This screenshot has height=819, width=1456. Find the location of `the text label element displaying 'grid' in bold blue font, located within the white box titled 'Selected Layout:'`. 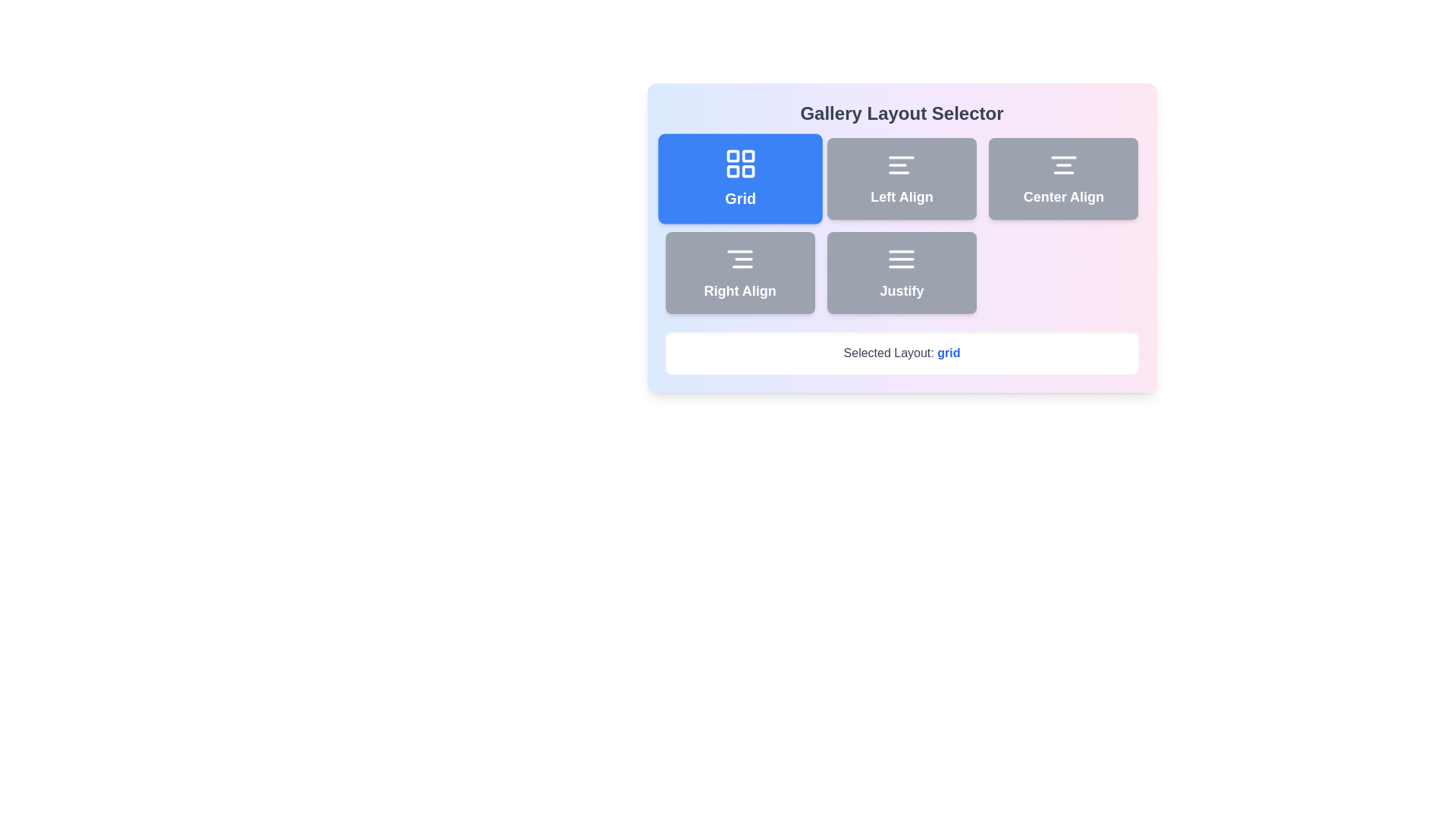

the text label element displaying 'grid' in bold blue font, located within the white box titled 'Selected Layout:' is located at coordinates (948, 353).